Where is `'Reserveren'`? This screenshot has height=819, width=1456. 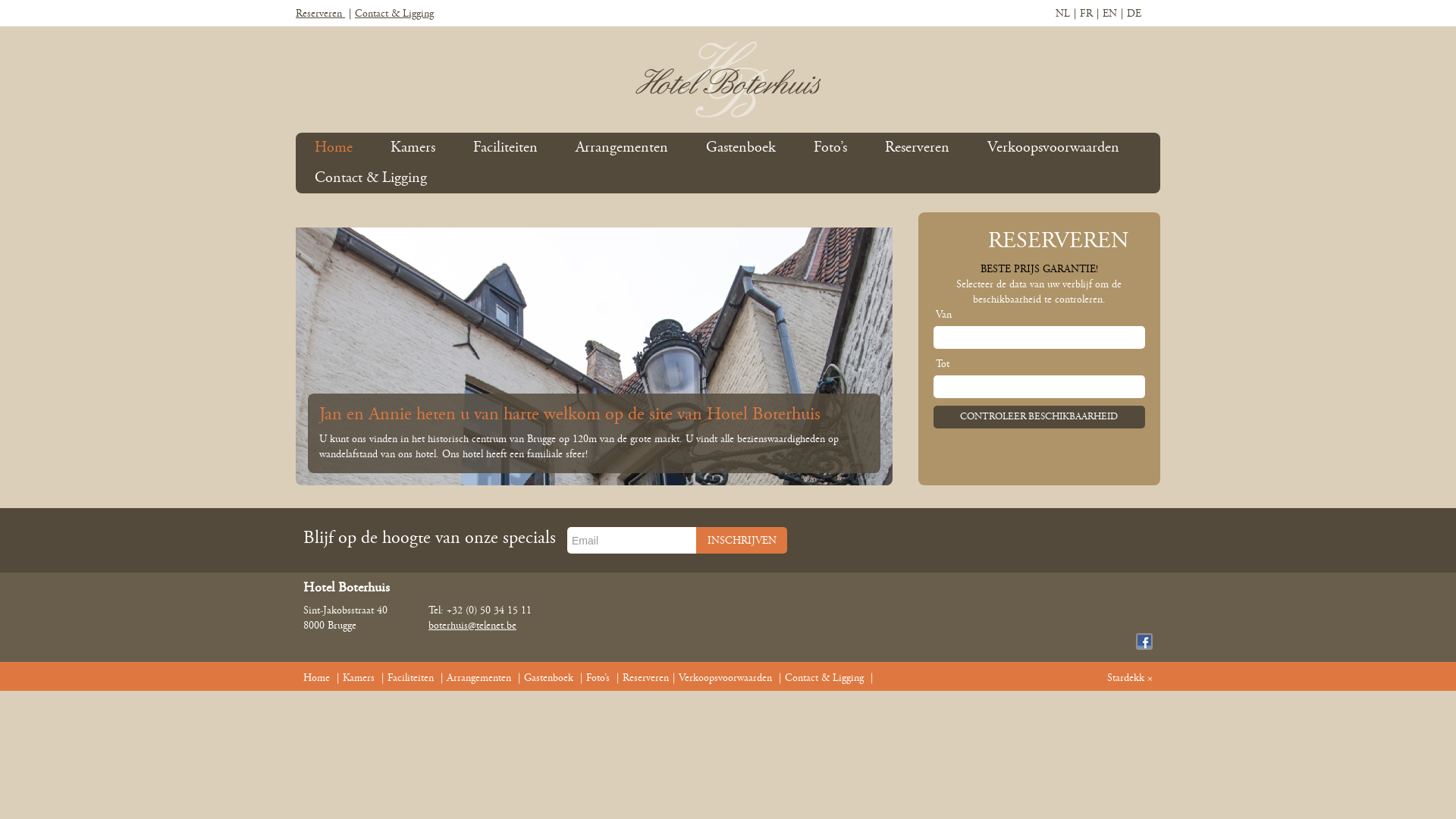
'Reserveren' is located at coordinates (319, 14).